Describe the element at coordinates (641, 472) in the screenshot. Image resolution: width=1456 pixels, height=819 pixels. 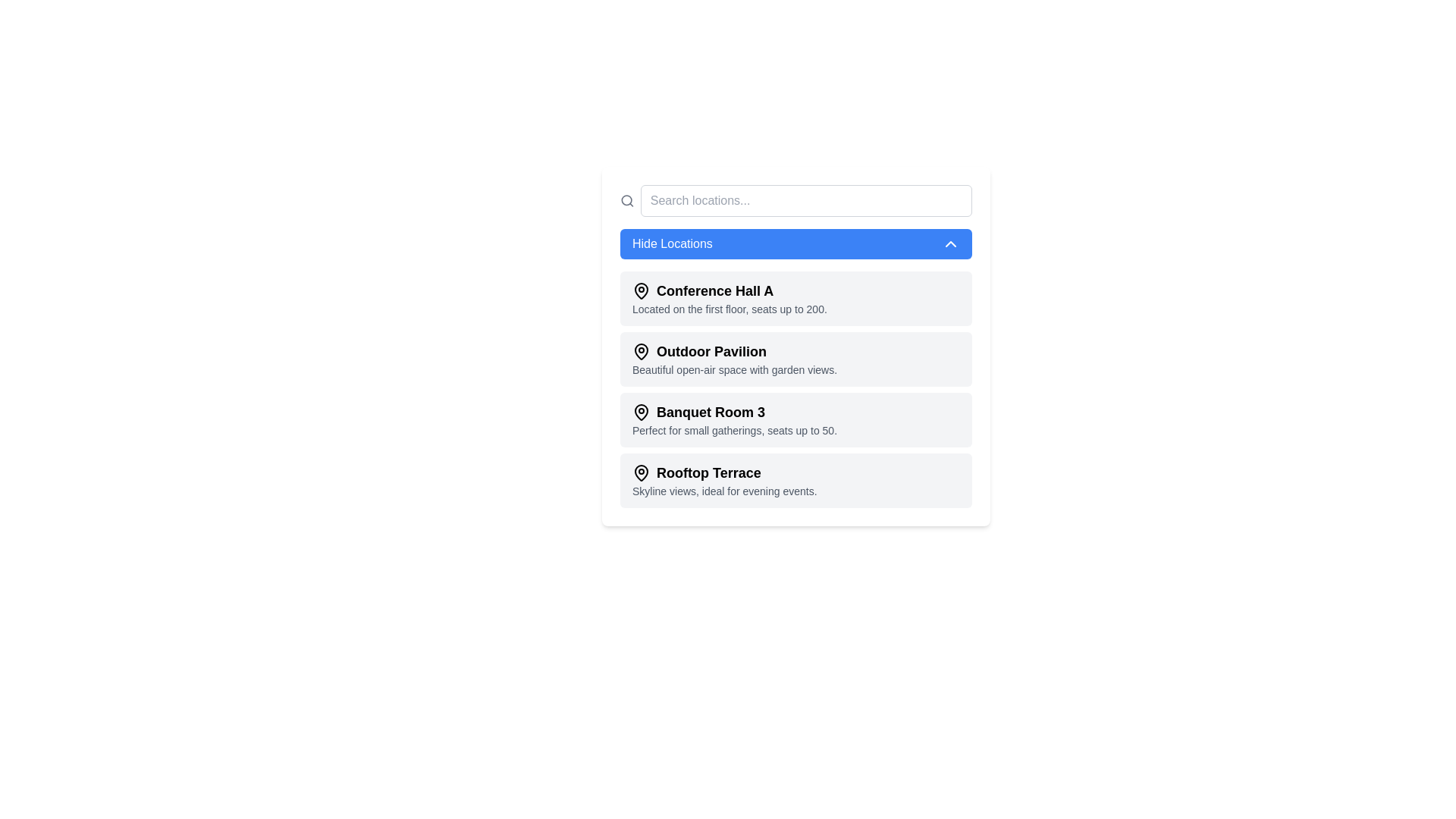
I see `the icon that indicates the location-related context for the text 'Rooftop Terrace', which is positioned as the fourth entry in the list` at that location.